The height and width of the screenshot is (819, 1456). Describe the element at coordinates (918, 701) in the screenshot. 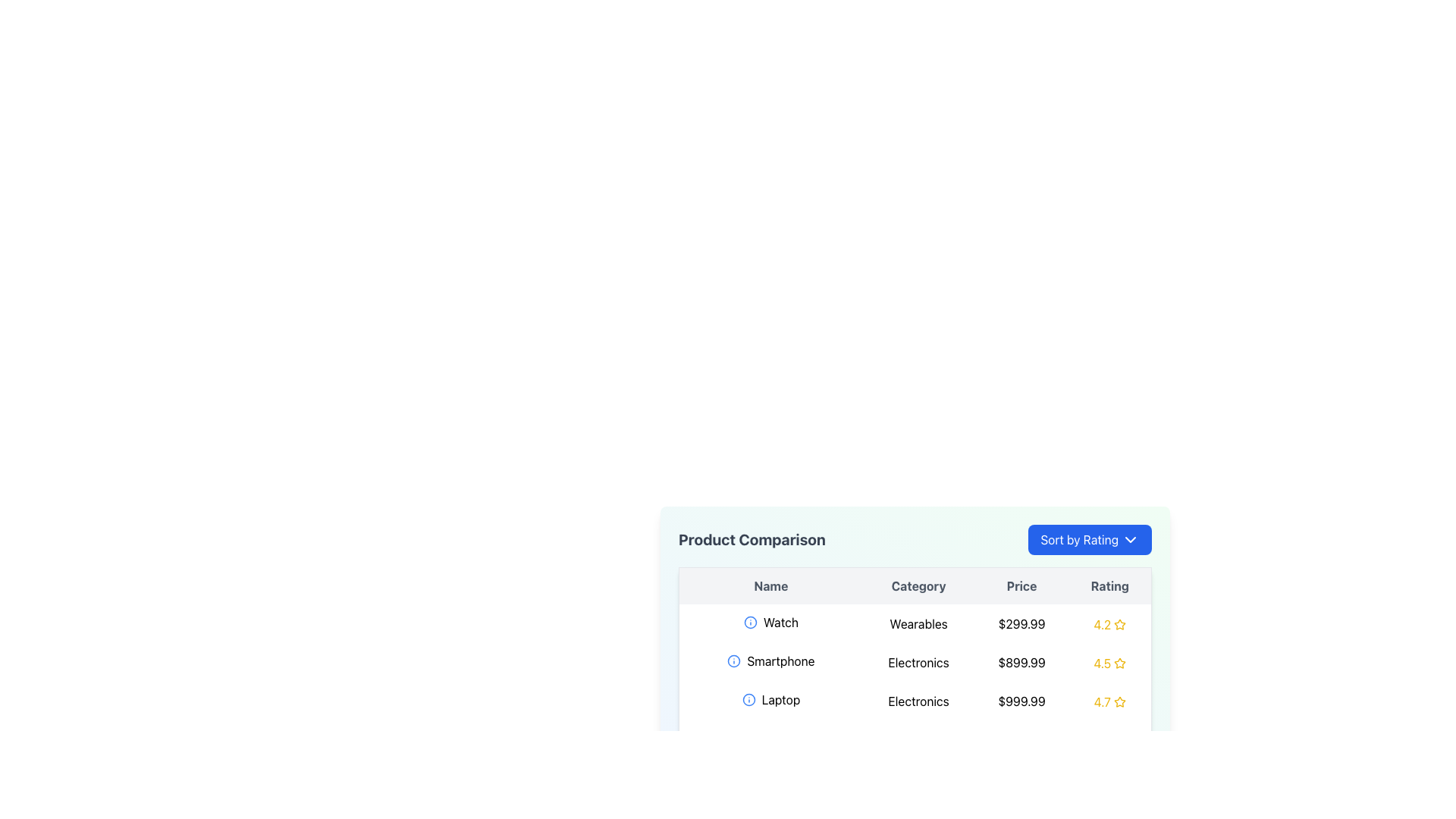

I see `the Text Label in the 'Category' column of the third row, which indicates the product category 'Laptop'` at that location.